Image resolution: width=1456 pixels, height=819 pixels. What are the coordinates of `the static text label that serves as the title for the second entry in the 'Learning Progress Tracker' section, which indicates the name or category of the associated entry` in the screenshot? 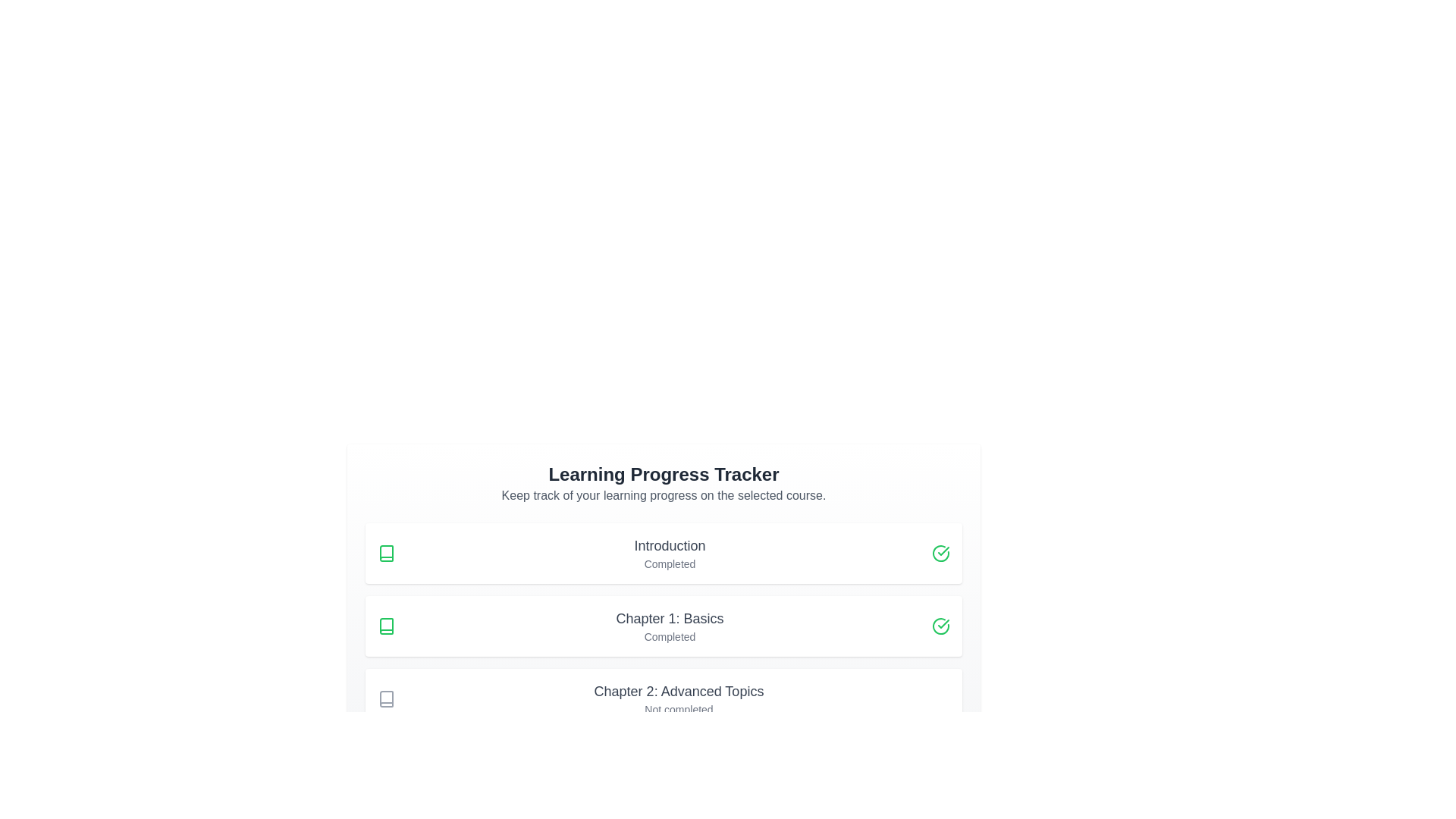 It's located at (669, 619).